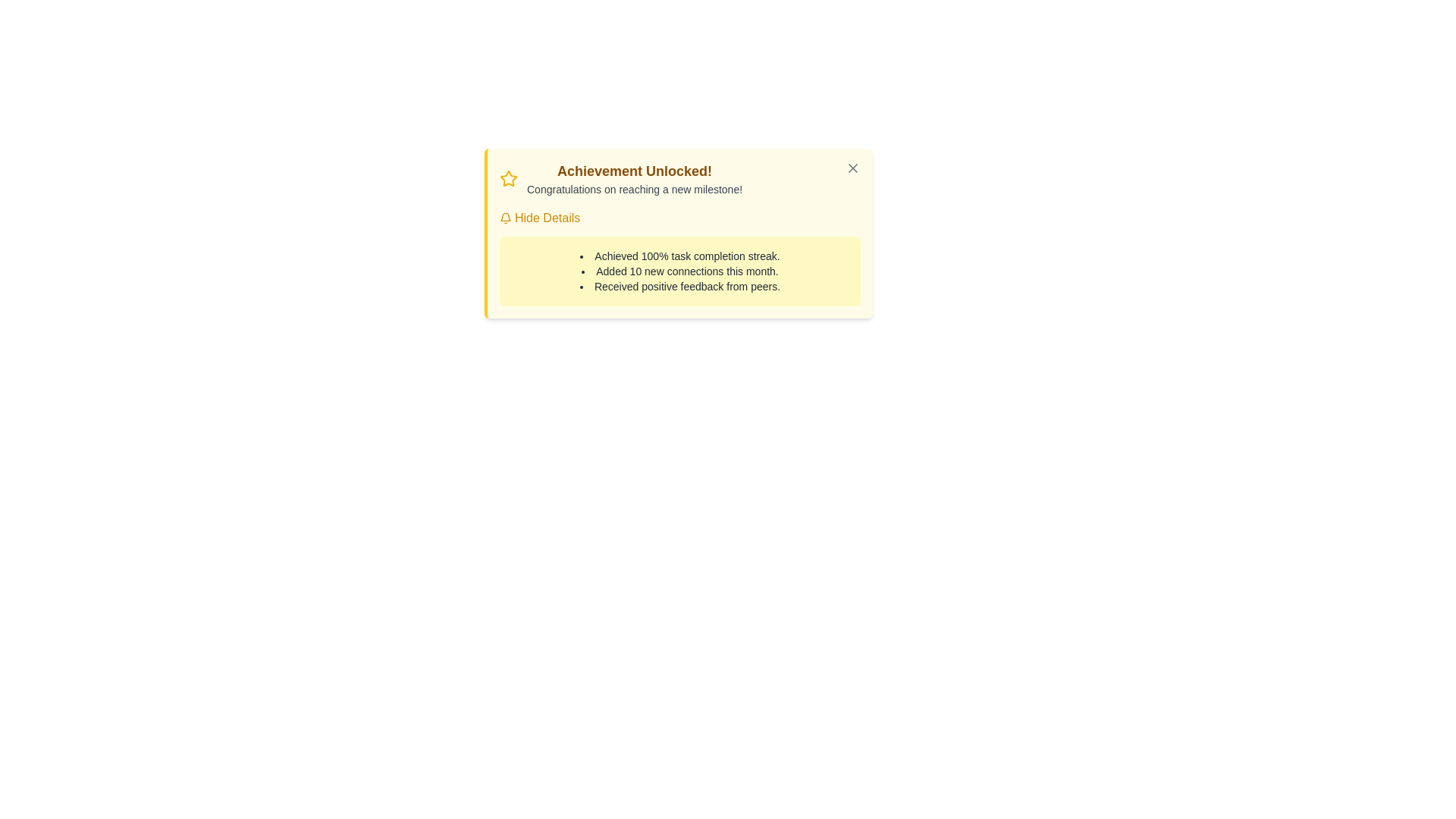  Describe the element at coordinates (679, 271) in the screenshot. I see `text content from the Text Display Panel, which features a yellow background with rounded corners and displays messages about task completion, new connections, and positive feedback, located near the center-right of the 'Achievement Unlocked!' notification panel` at that location.